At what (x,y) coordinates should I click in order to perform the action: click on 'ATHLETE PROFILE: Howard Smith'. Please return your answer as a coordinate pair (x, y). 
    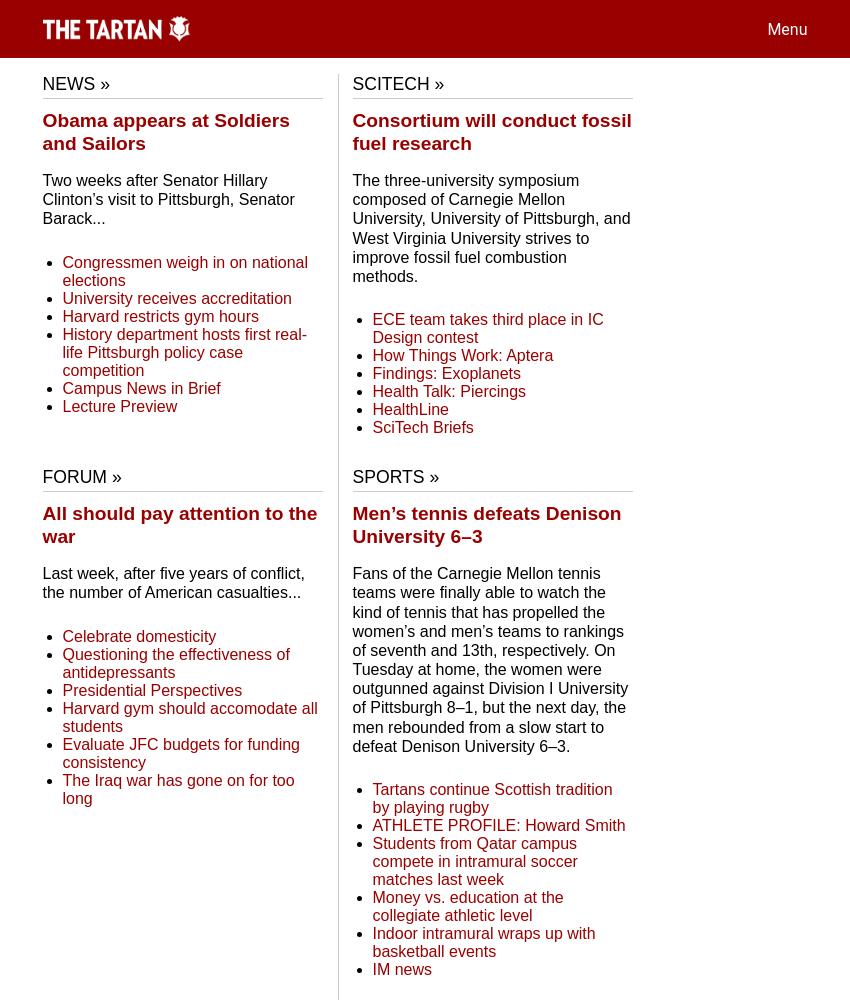
    Looking at the image, I should click on (498, 824).